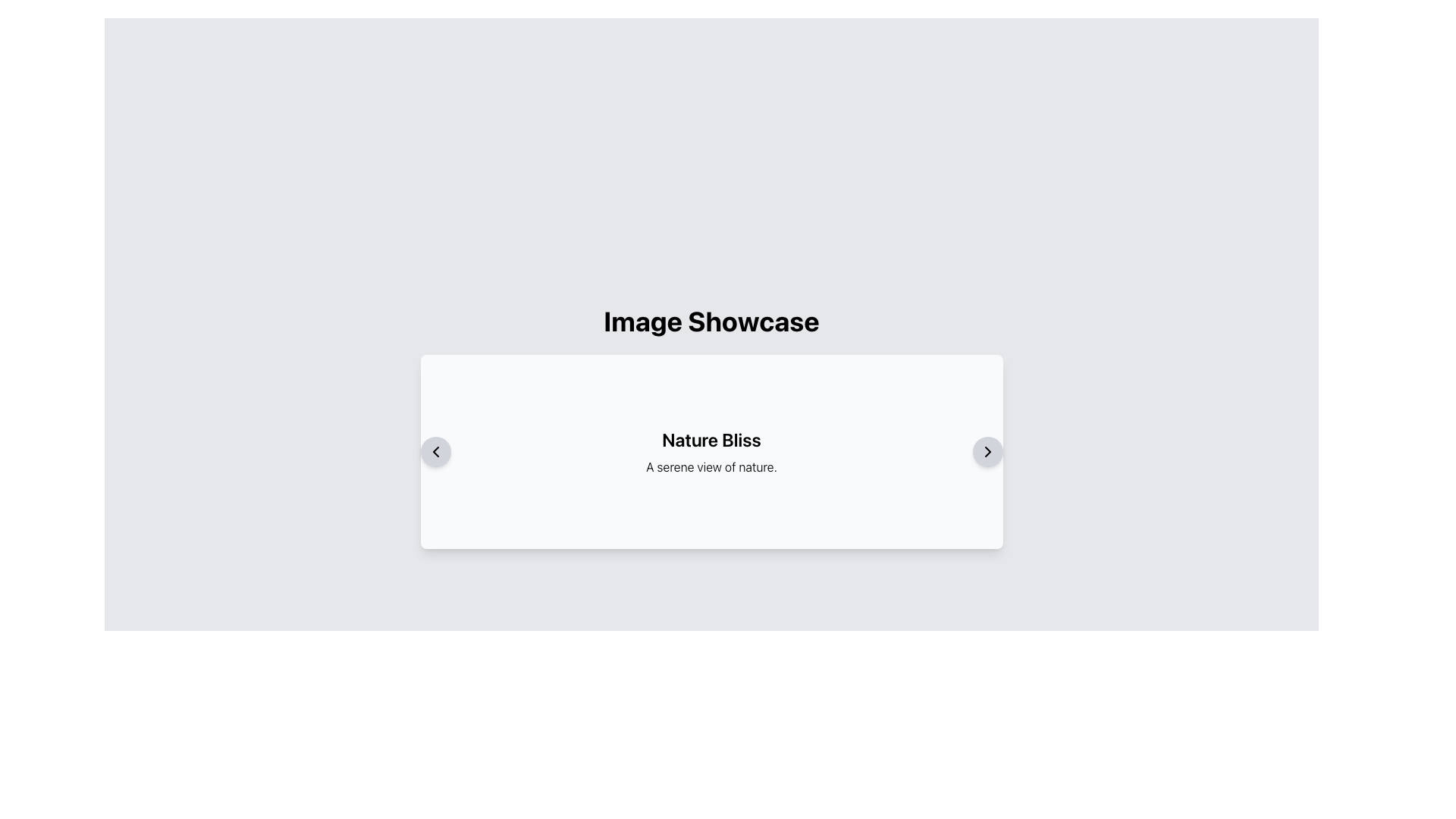 Image resolution: width=1456 pixels, height=819 pixels. What do you see at coordinates (711, 451) in the screenshot?
I see `the Text Block that displays 'Nature Bliss' and 'A serene view of nature.'` at bounding box center [711, 451].